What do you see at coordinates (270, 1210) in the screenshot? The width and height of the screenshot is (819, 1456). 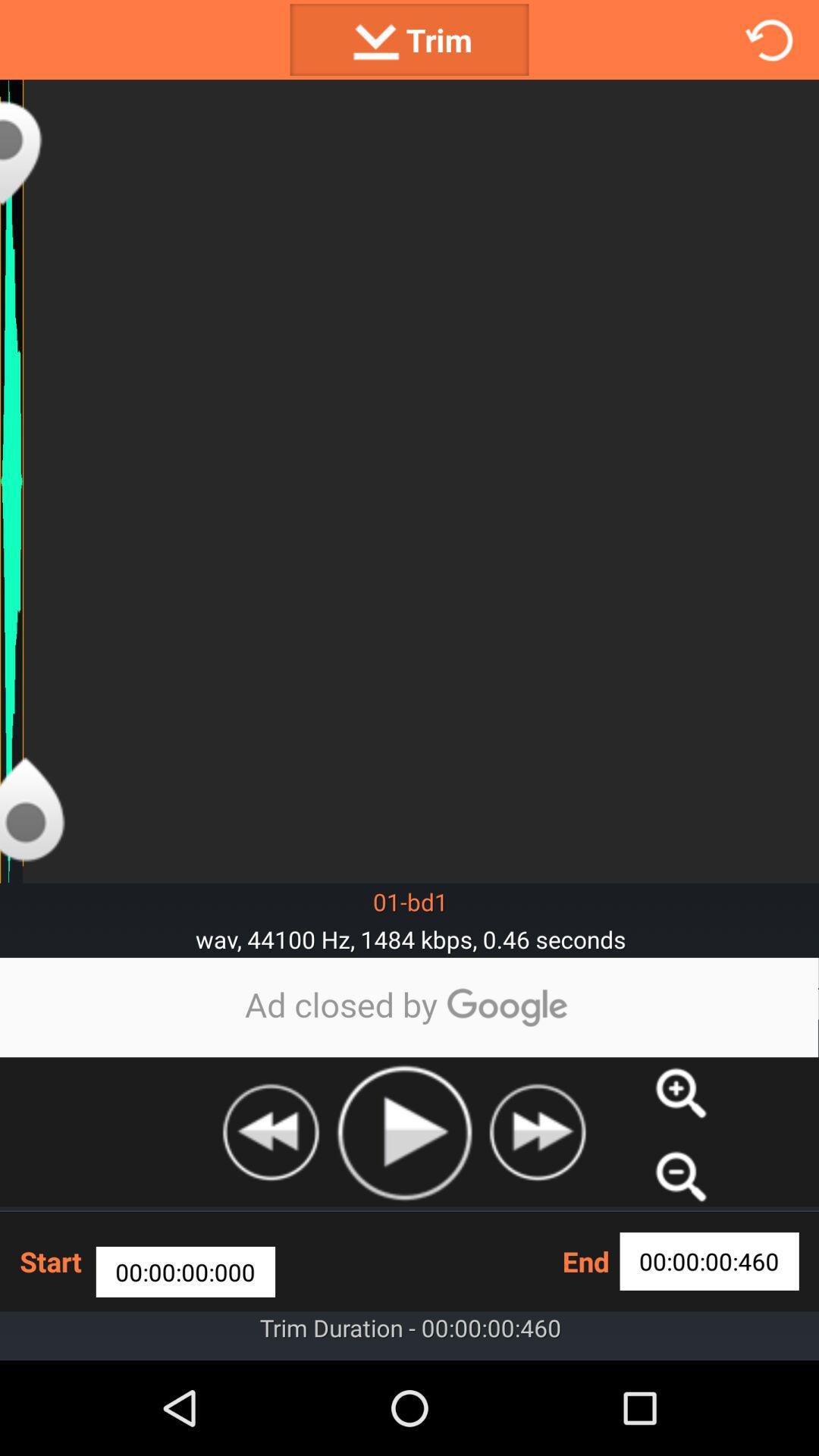 I see `the av_rewind icon` at bounding box center [270, 1210].